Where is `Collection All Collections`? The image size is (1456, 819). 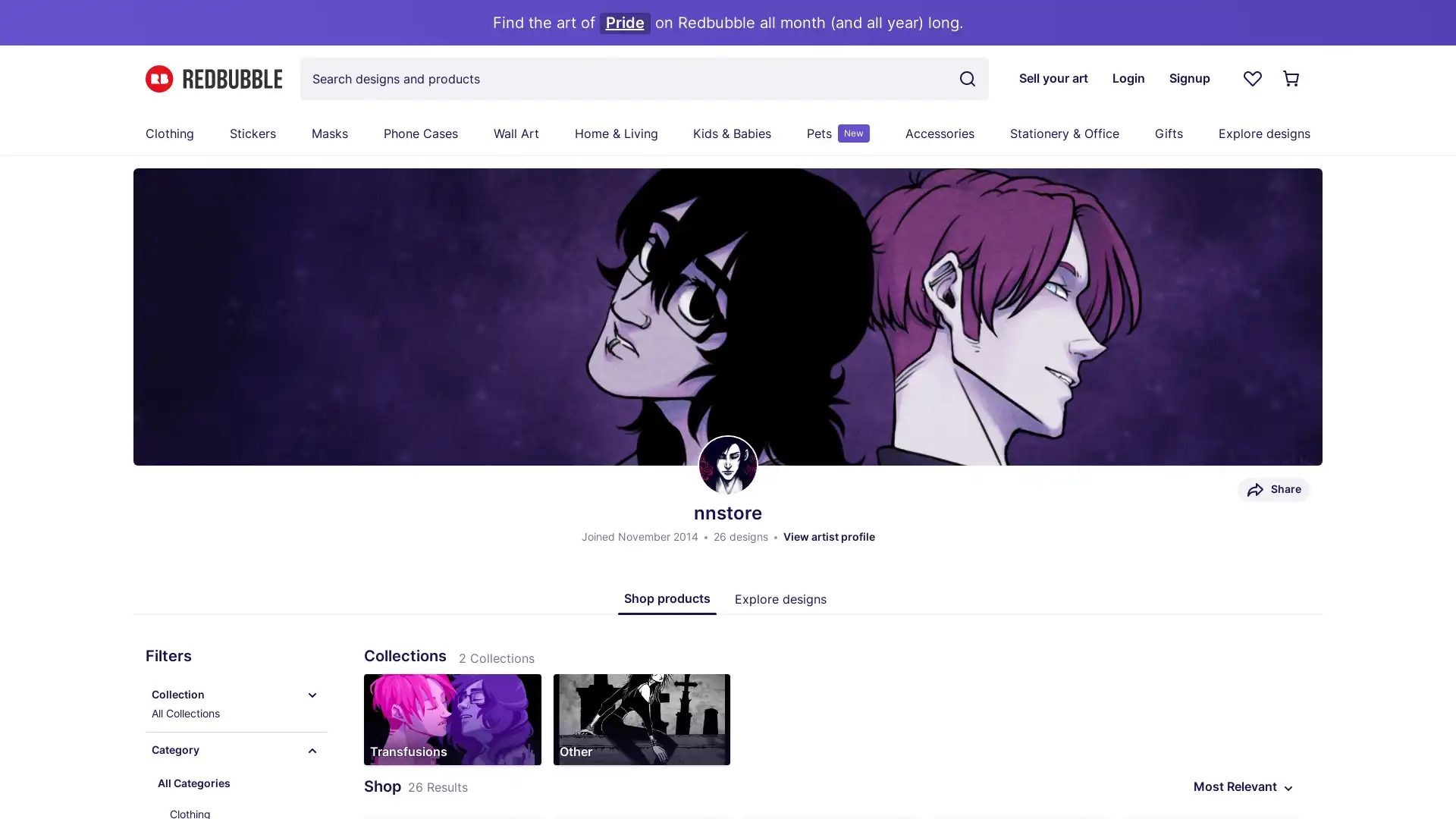 Collection All Collections is located at coordinates (236, 704).